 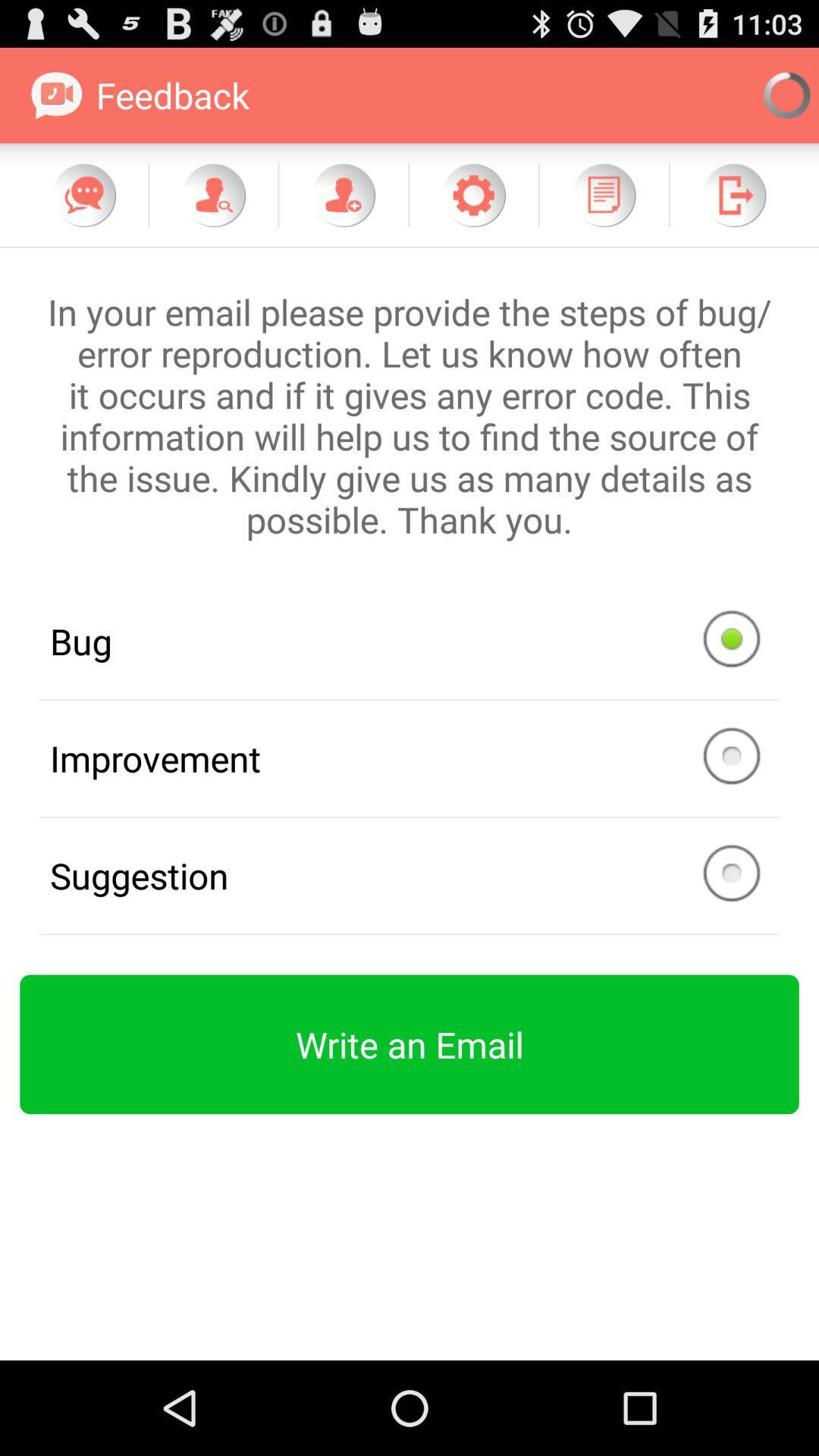 I want to click on perform search, so click(x=213, y=194).